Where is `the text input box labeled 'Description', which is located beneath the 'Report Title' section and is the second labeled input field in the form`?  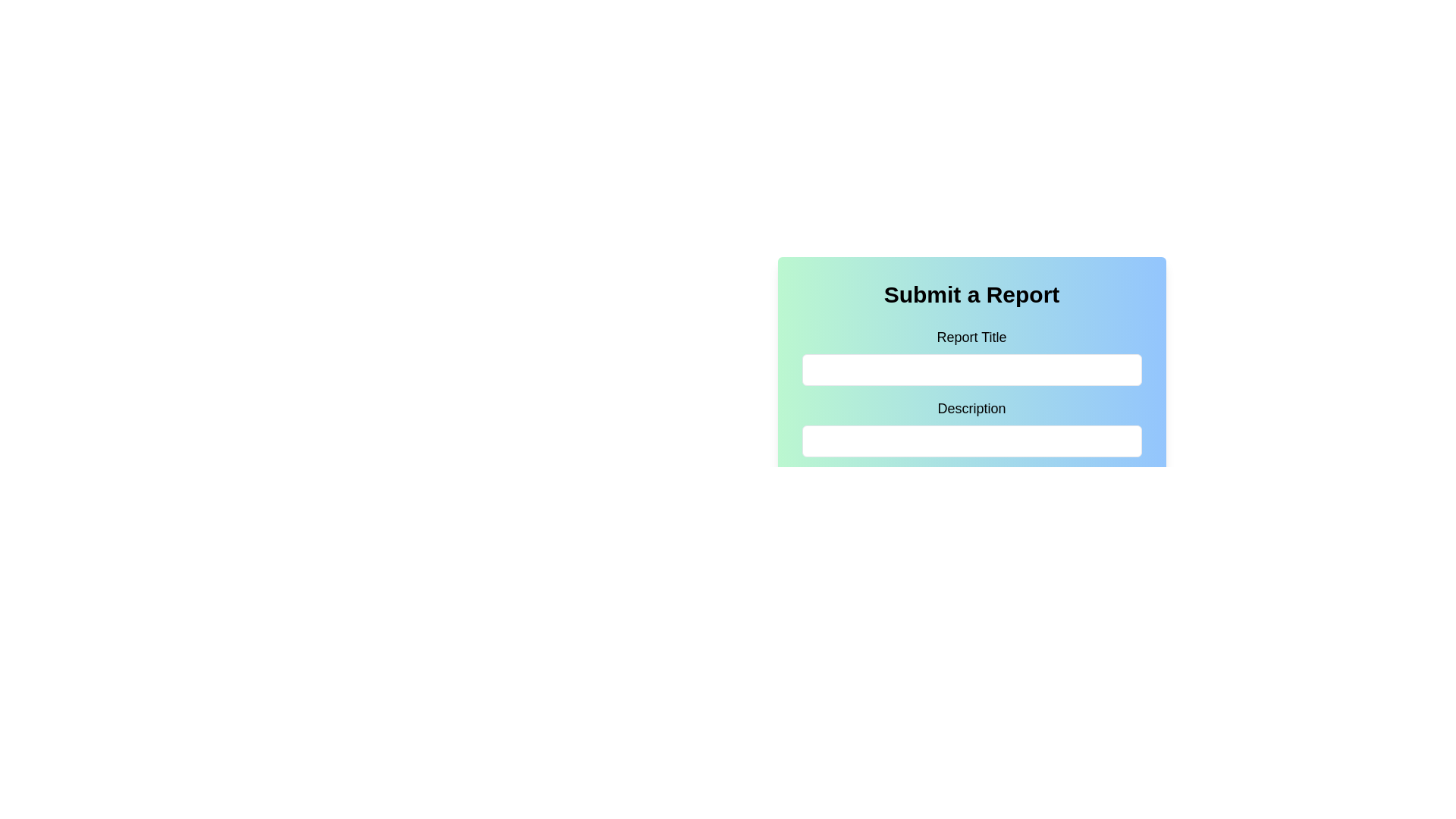
the text input box labeled 'Description', which is located beneath the 'Report Title' section and is the second labeled input field in the form is located at coordinates (971, 427).